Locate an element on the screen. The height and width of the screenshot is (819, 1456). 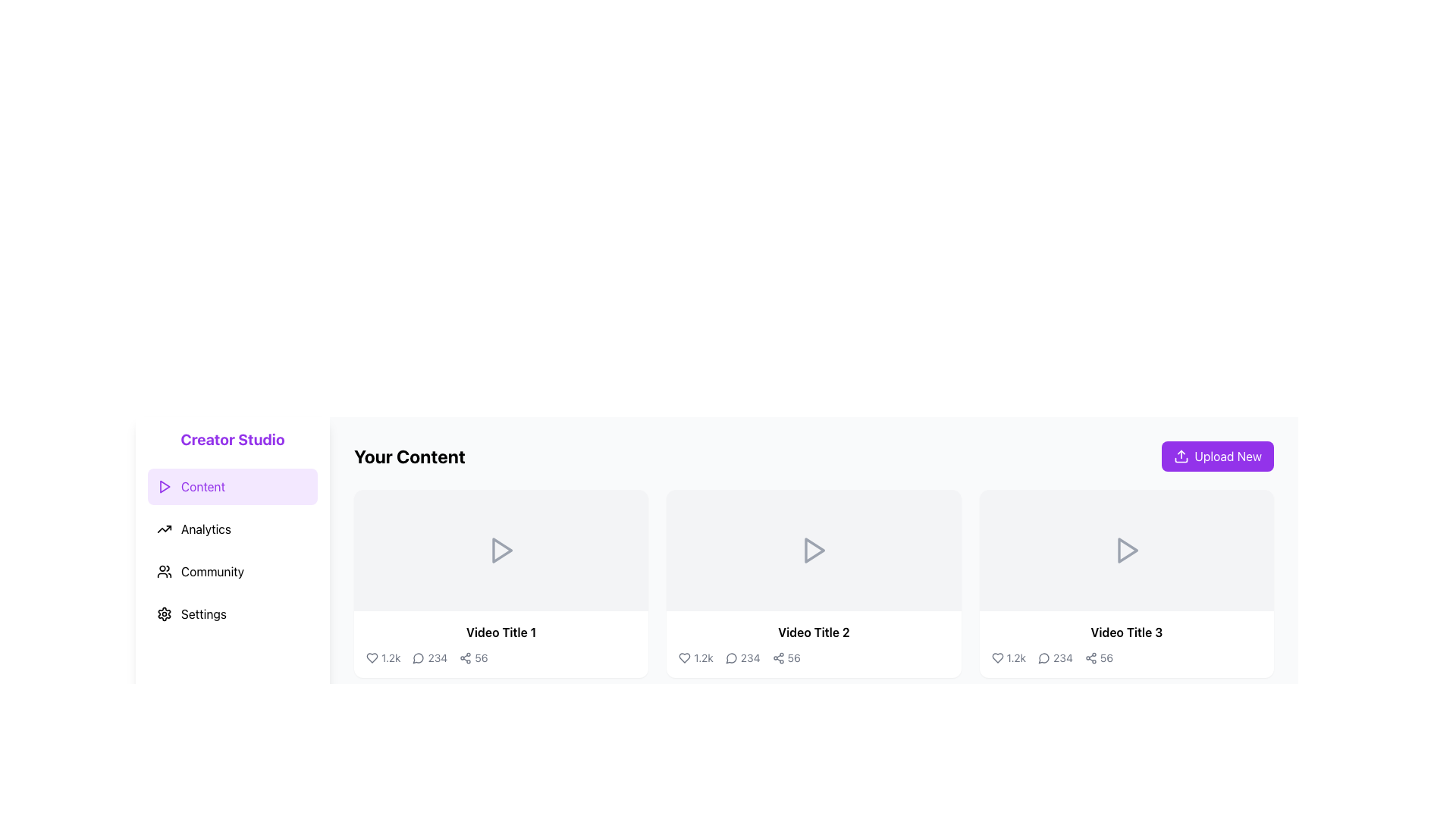
the second interactive card in a horizontally-aligned grid is located at coordinates (813, 644).